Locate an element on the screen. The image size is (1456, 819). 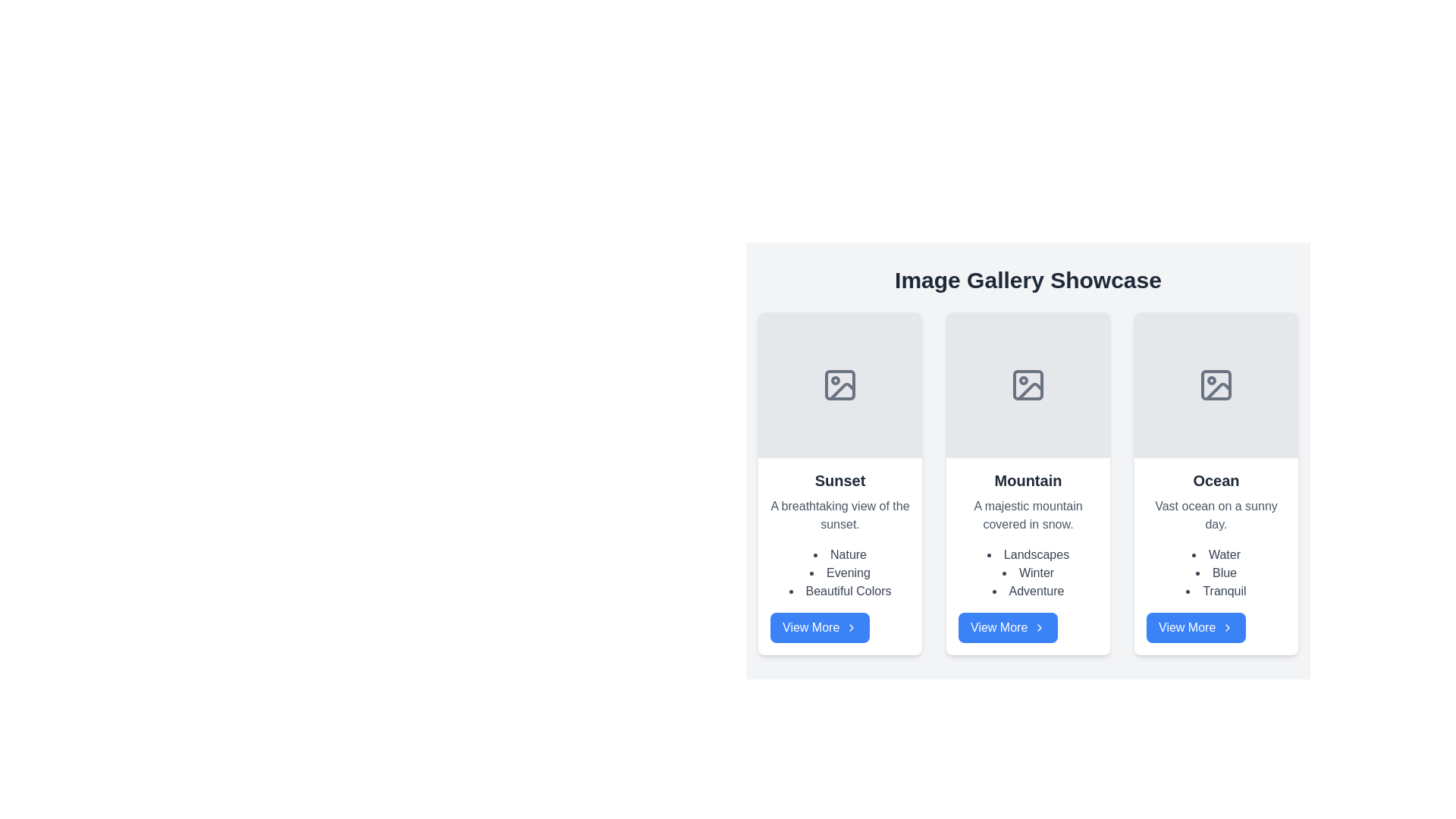
the first bullet point of the list within the 'Ocean' card, which is the third card in a horizontal grid is located at coordinates (1216, 556).